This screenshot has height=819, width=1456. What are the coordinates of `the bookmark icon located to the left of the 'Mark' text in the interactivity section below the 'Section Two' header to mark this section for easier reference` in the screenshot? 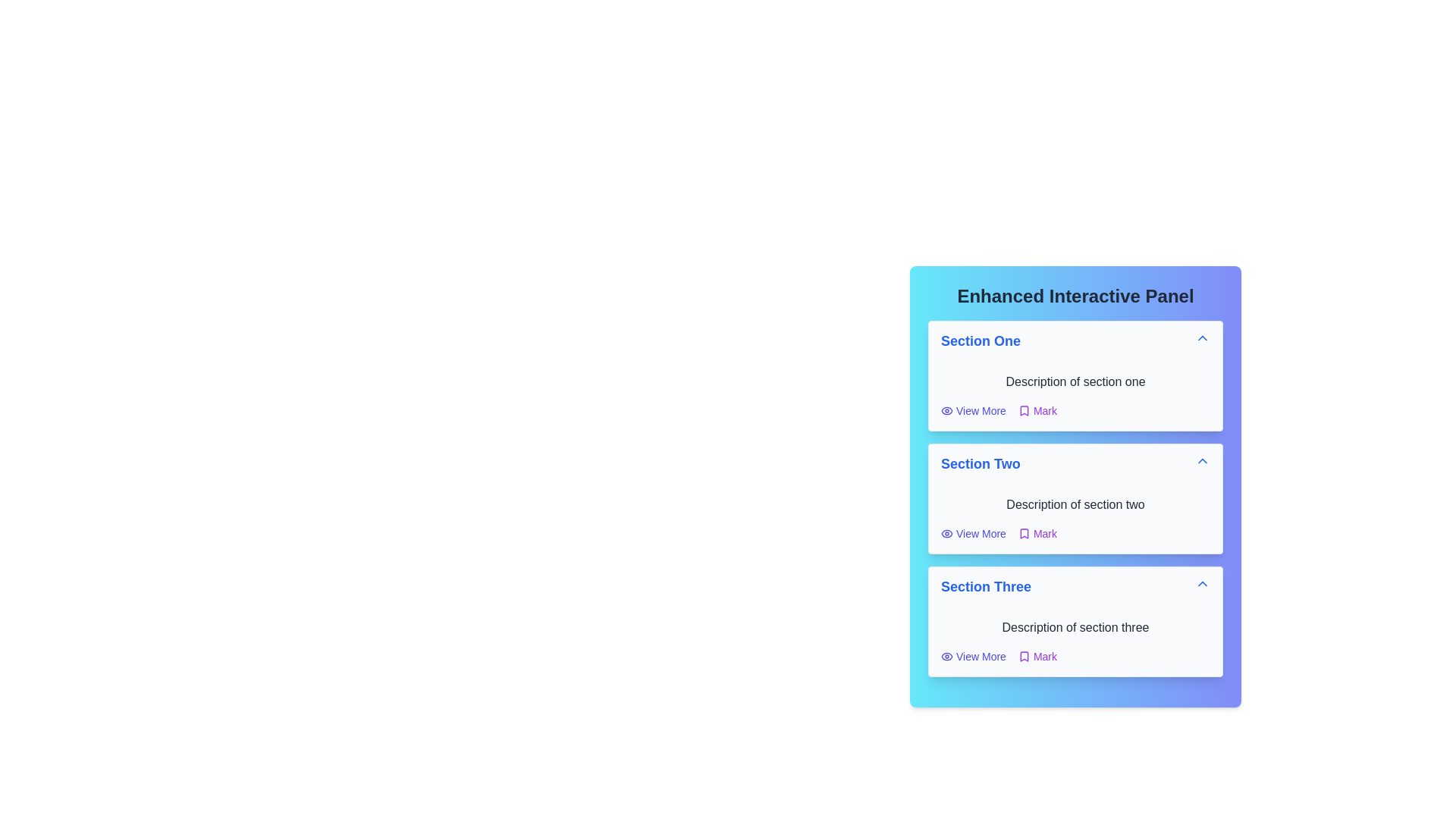 It's located at (1024, 533).